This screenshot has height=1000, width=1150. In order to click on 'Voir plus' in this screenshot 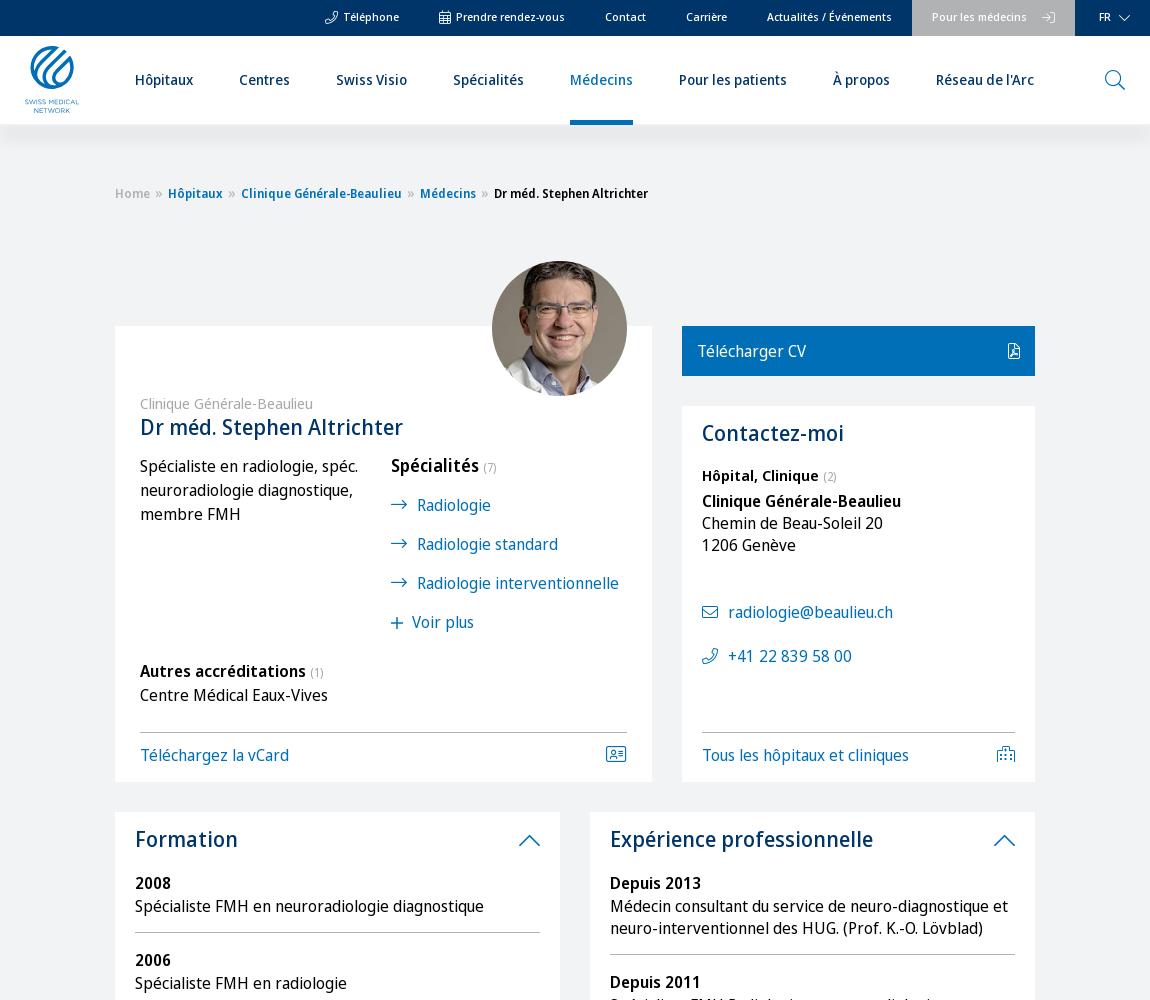, I will do `click(441, 621)`.